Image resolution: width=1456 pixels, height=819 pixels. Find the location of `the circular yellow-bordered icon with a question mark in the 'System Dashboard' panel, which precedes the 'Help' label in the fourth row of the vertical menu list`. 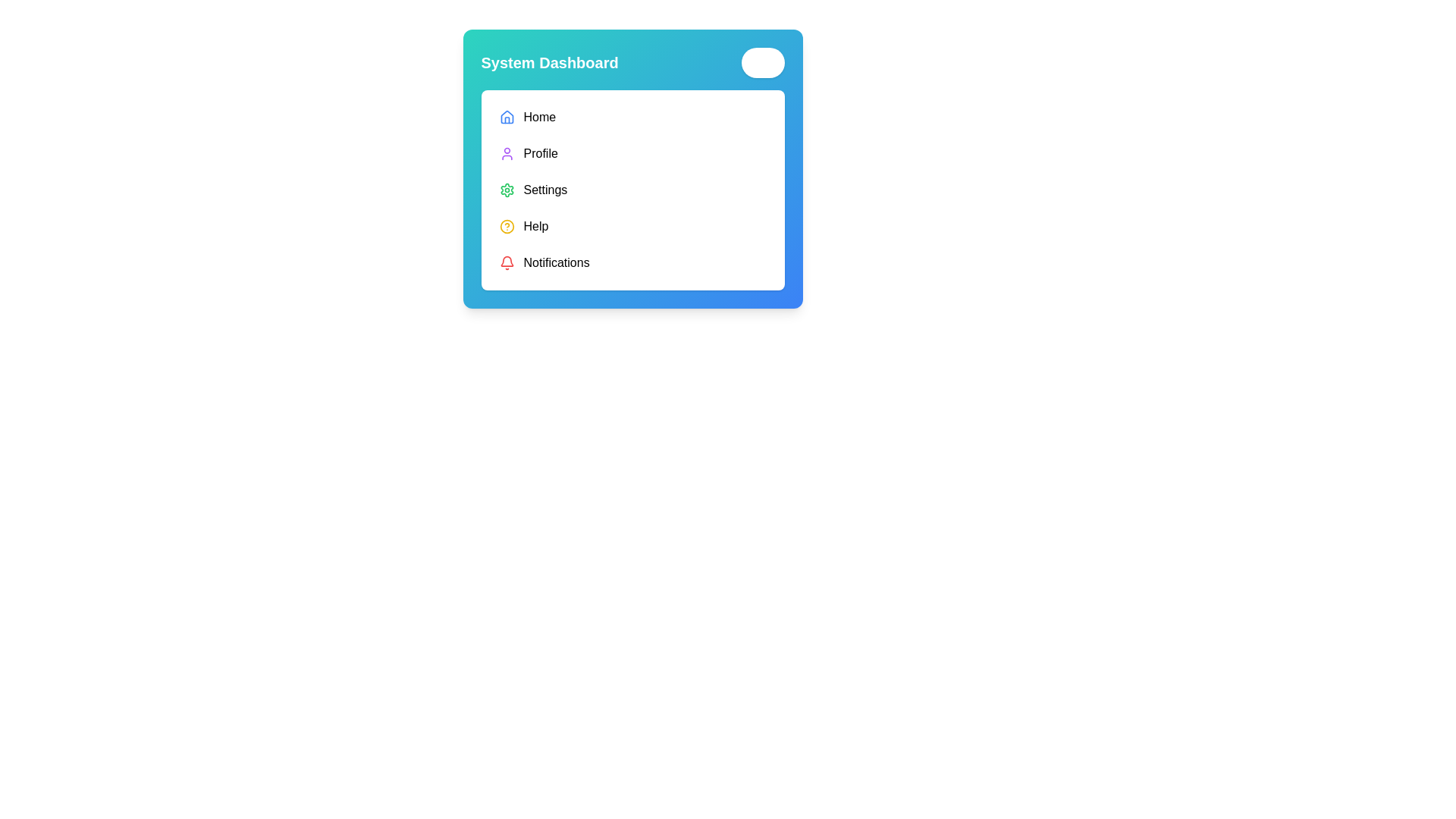

the circular yellow-bordered icon with a question mark in the 'System Dashboard' panel, which precedes the 'Help' label in the fourth row of the vertical menu list is located at coordinates (507, 227).